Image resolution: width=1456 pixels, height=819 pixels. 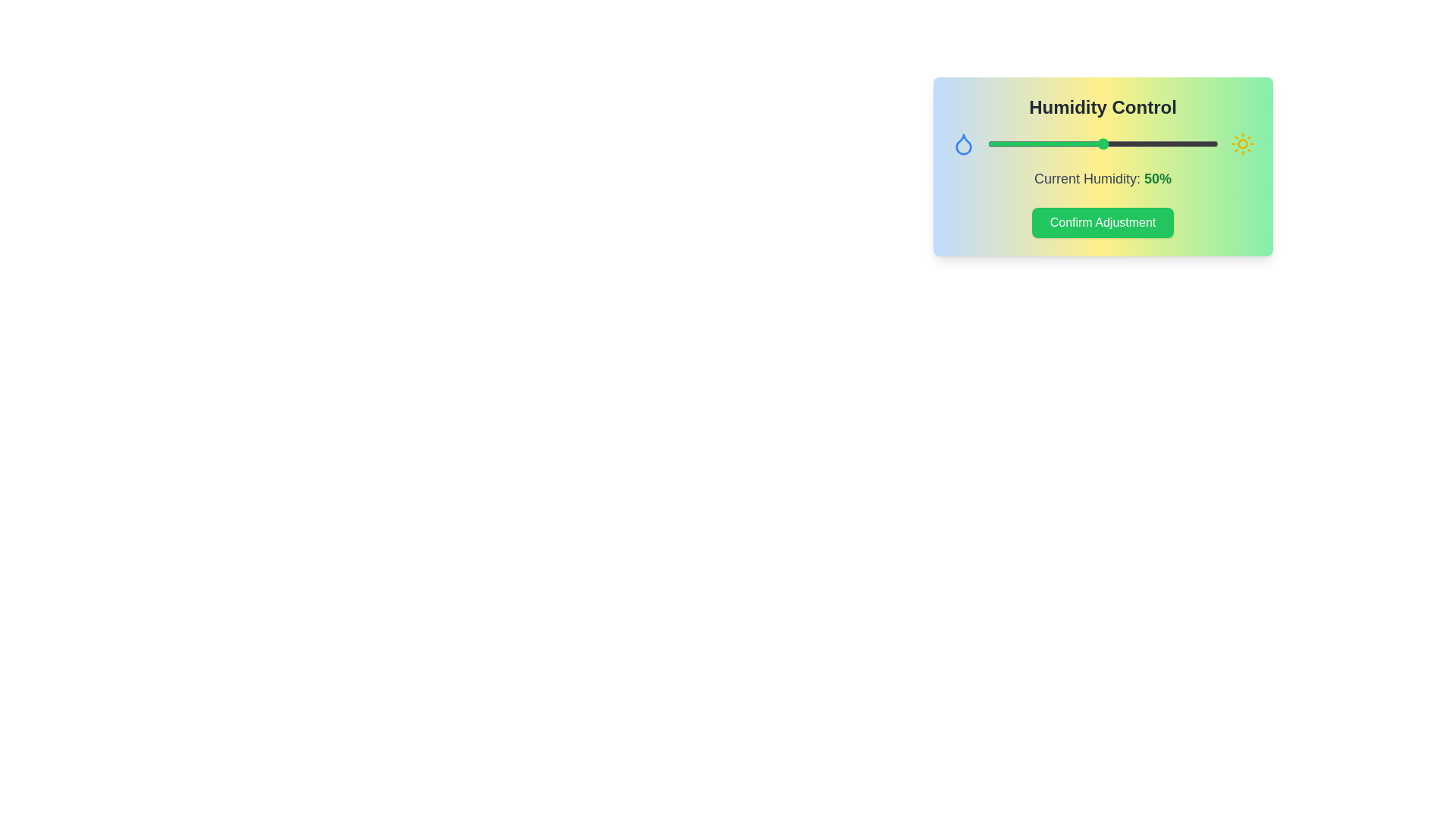 What do you see at coordinates (987, 143) in the screenshot?
I see `the humidity slider to 0%` at bounding box center [987, 143].